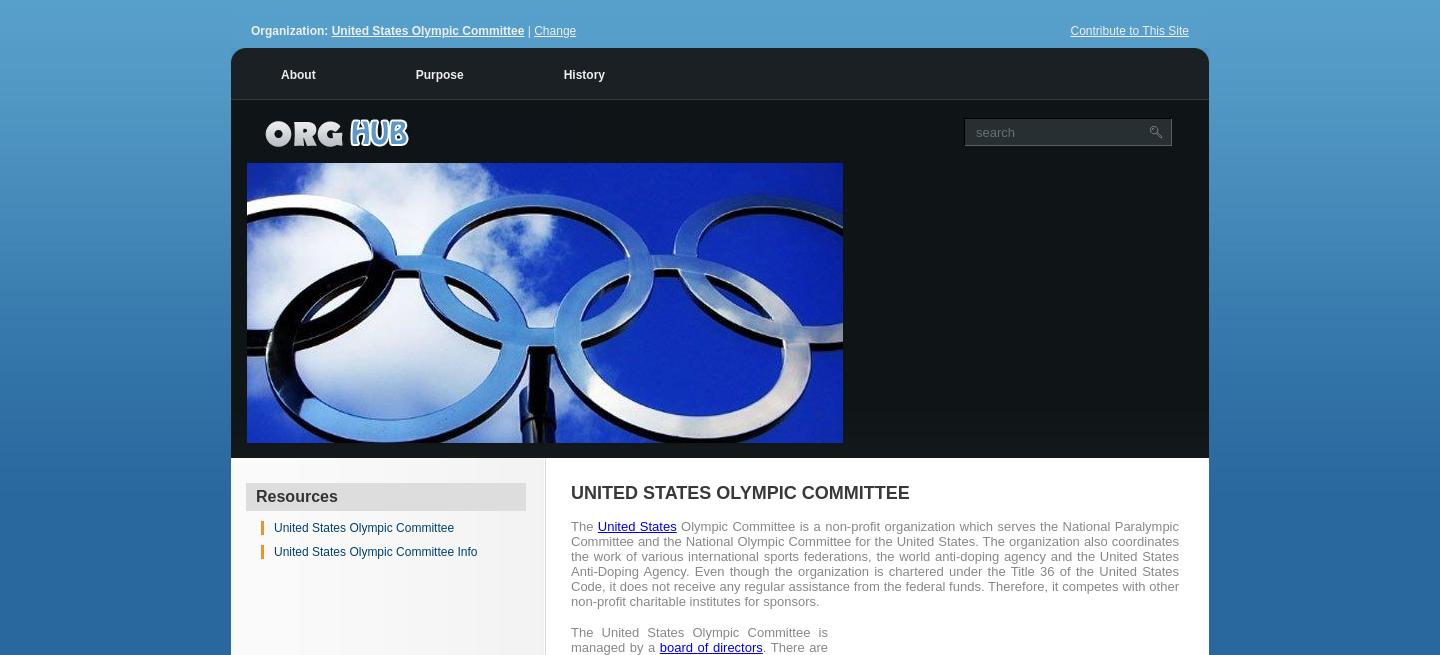 The width and height of the screenshot is (1440, 655). What do you see at coordinates (554, 29) in the screenshot?
I see `'Change'` at bounding box center [554, 29].